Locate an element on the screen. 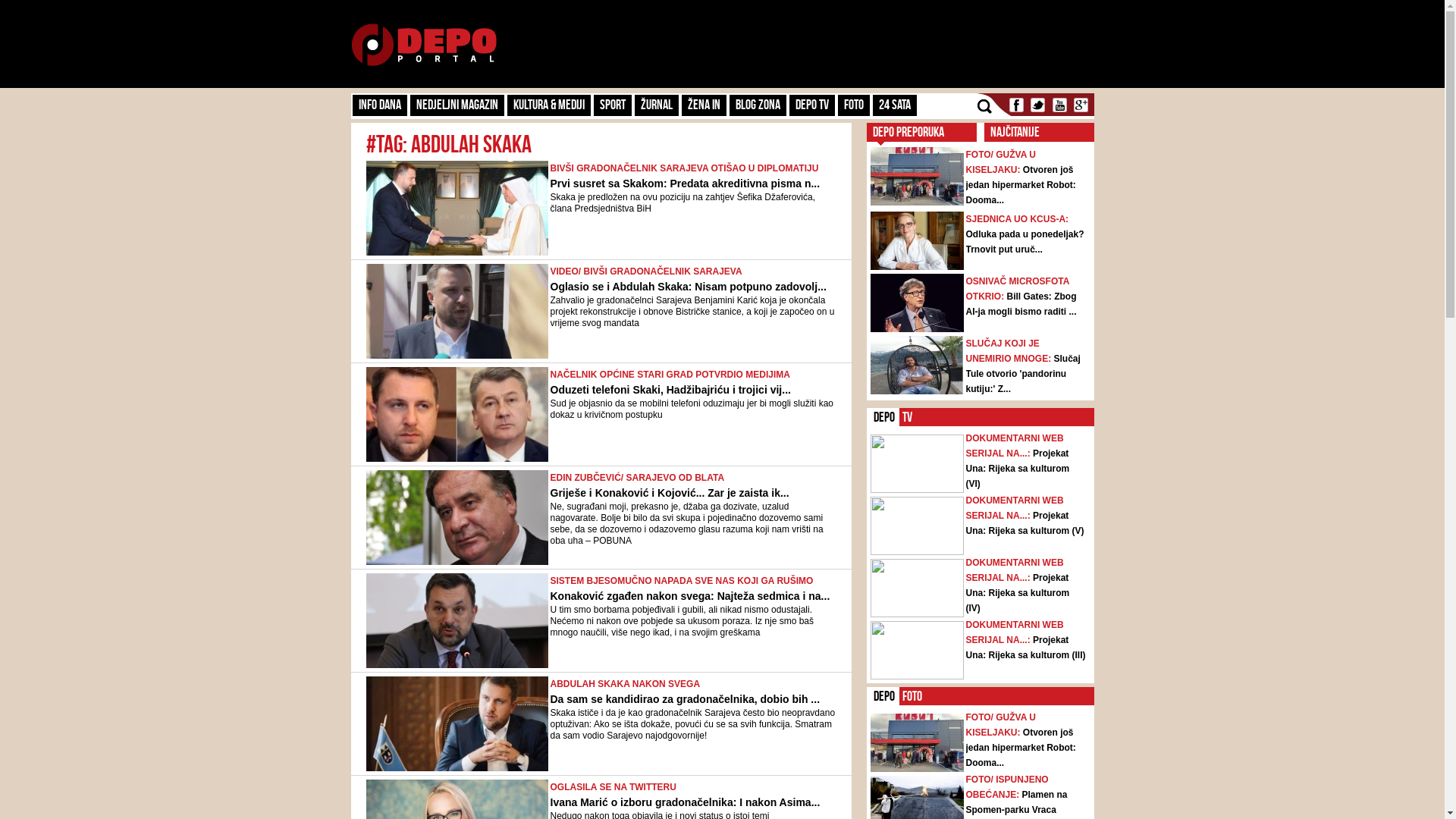 The height and width of the screenshot is (819, 1456). 'ABDULAH SKAKA NAKON SVEGA' is located at coordinates (626, 684).